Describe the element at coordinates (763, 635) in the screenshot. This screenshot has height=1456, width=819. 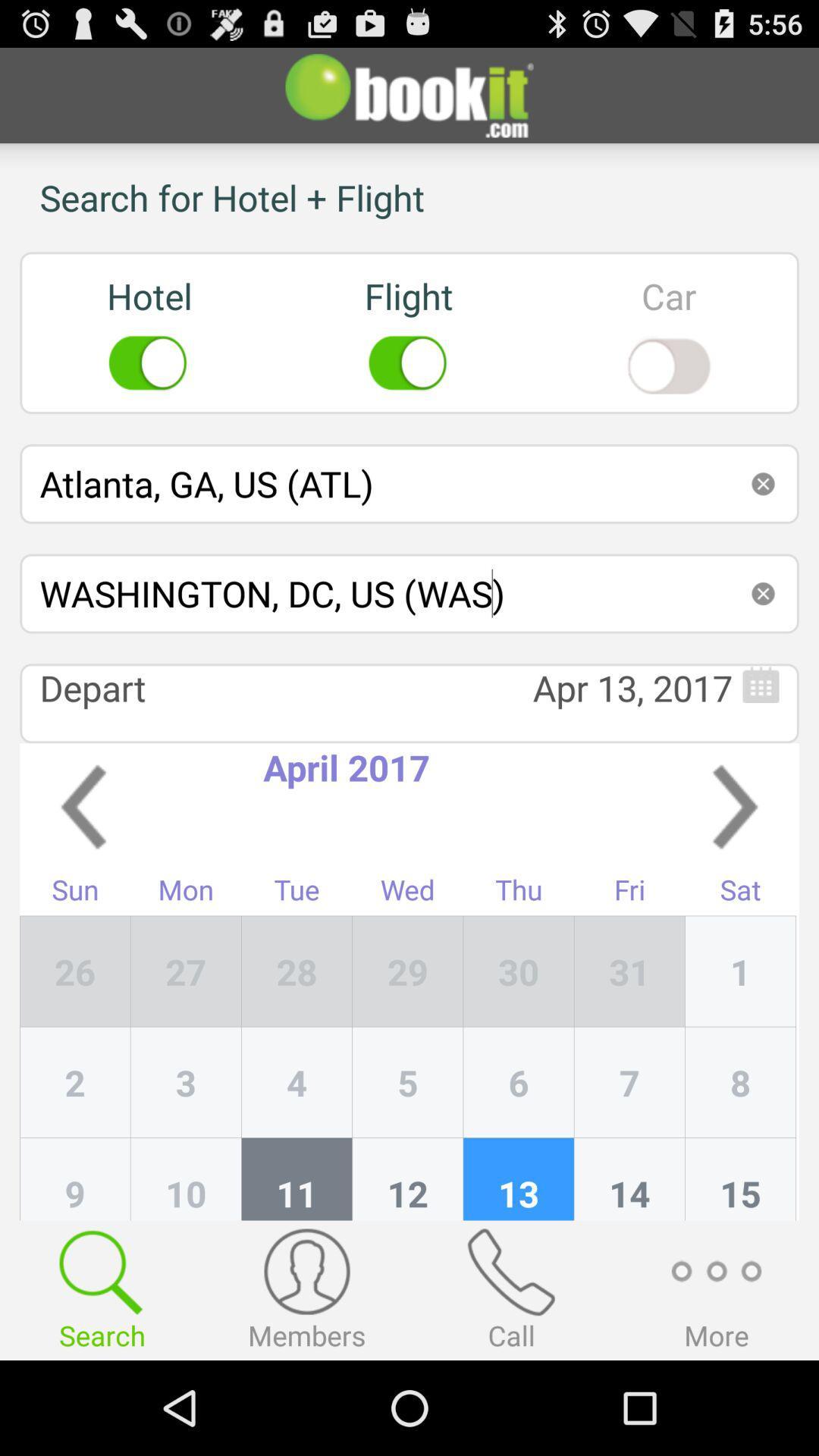
I see `the close icon` at that location.